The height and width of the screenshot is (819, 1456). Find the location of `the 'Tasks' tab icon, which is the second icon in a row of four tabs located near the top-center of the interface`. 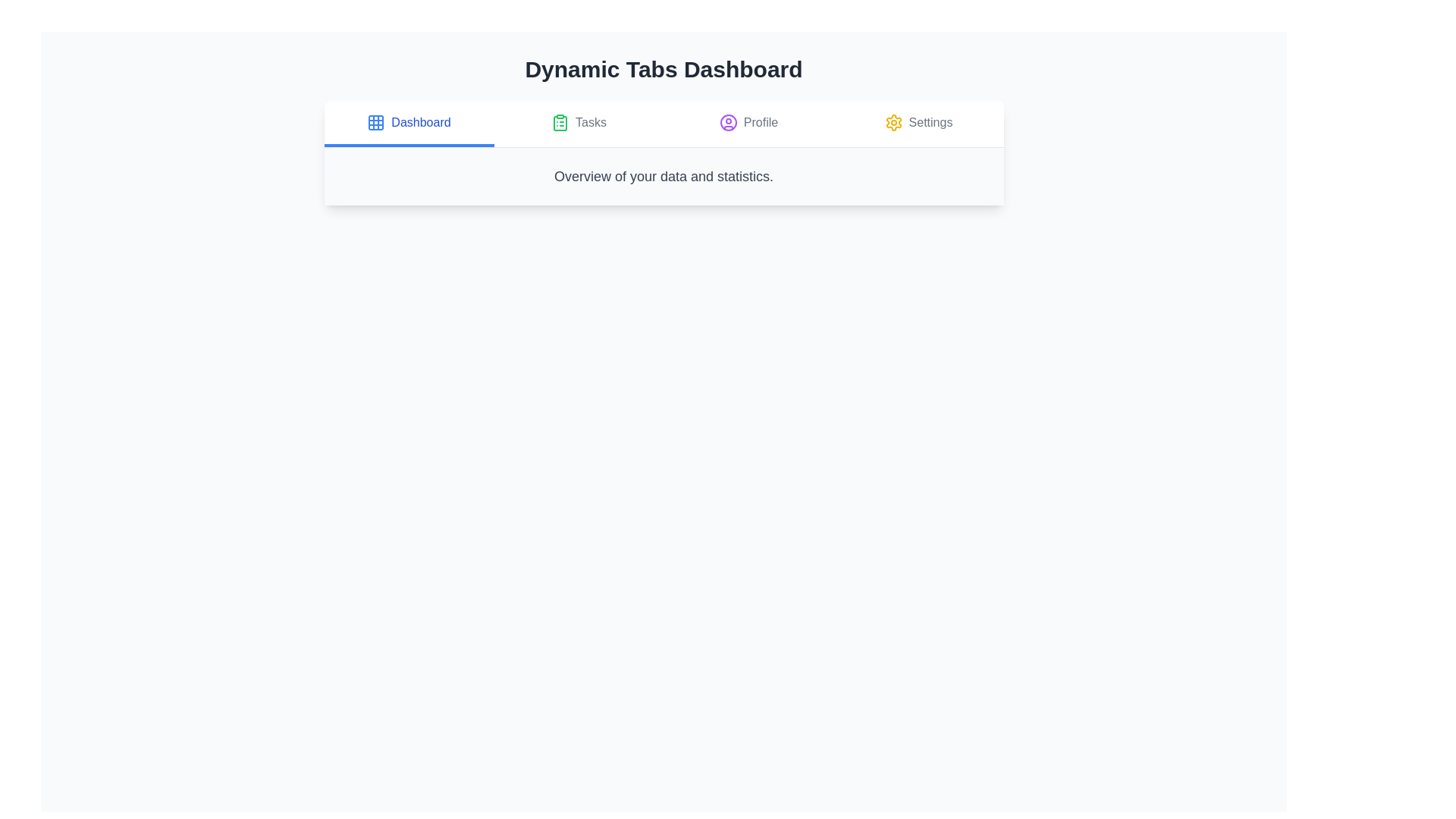

the 'Tasks' tab icon, which is the second icon in a row of four tabs located near the top-center of the interface is located at coordinates (560, 122).